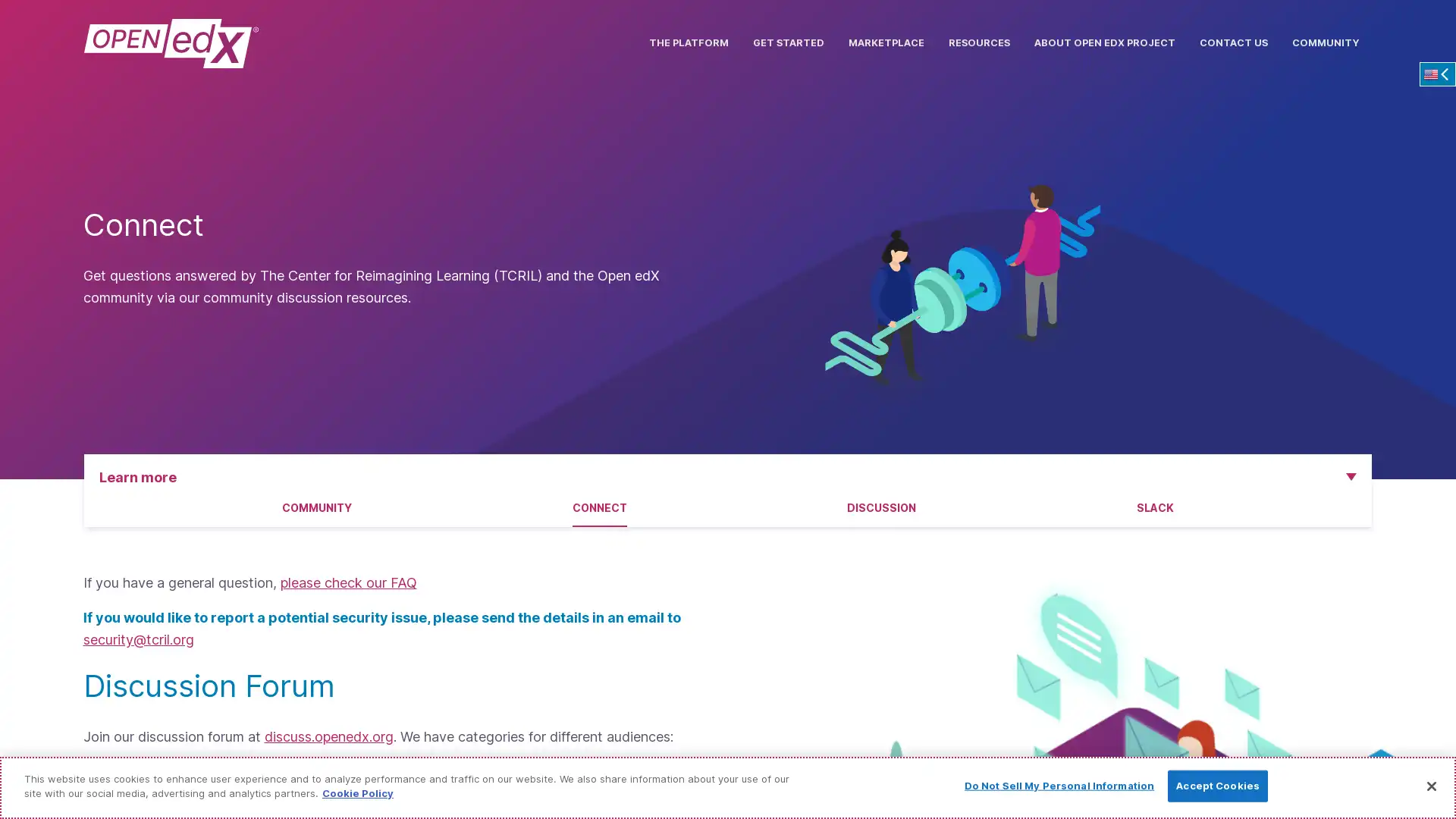  I want to click on Do Not Sell My Personal Information, so click(1058, 785).